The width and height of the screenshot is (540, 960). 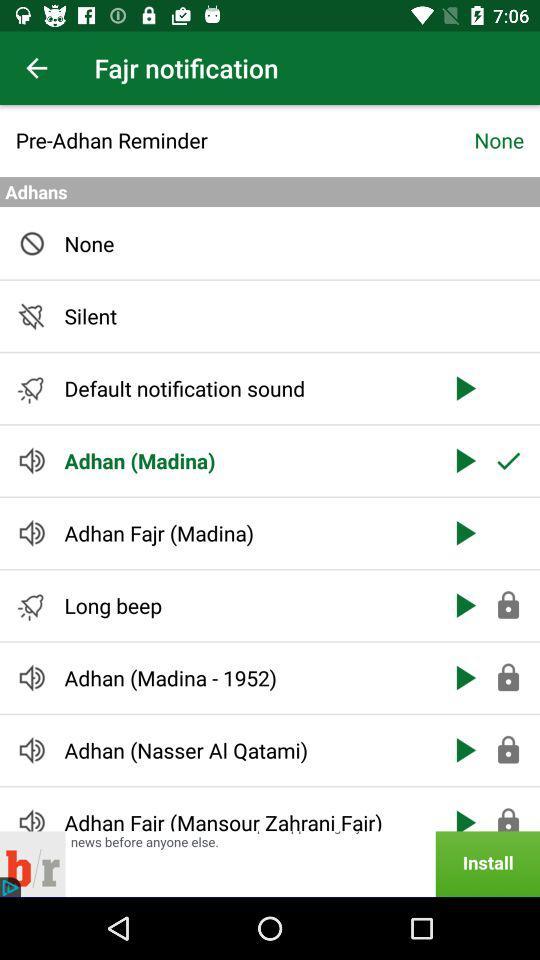 What do you see at coordinates (245, 139) in the screenshot?
I see `the item to the left of the none icon` at bounding box center [245, 139].